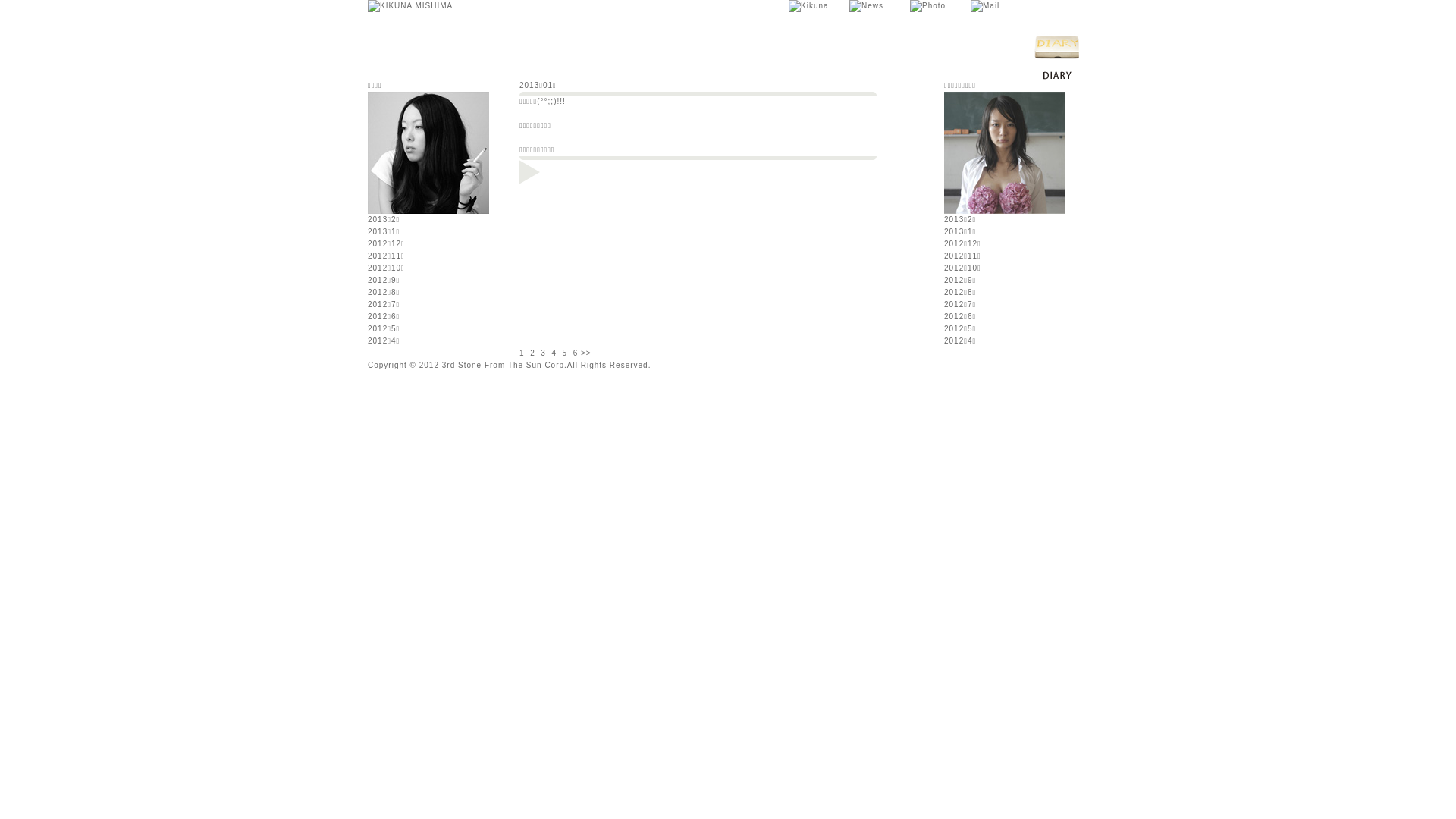 The image size is (1456, 819). I want to click on '2', so click(530, 353).